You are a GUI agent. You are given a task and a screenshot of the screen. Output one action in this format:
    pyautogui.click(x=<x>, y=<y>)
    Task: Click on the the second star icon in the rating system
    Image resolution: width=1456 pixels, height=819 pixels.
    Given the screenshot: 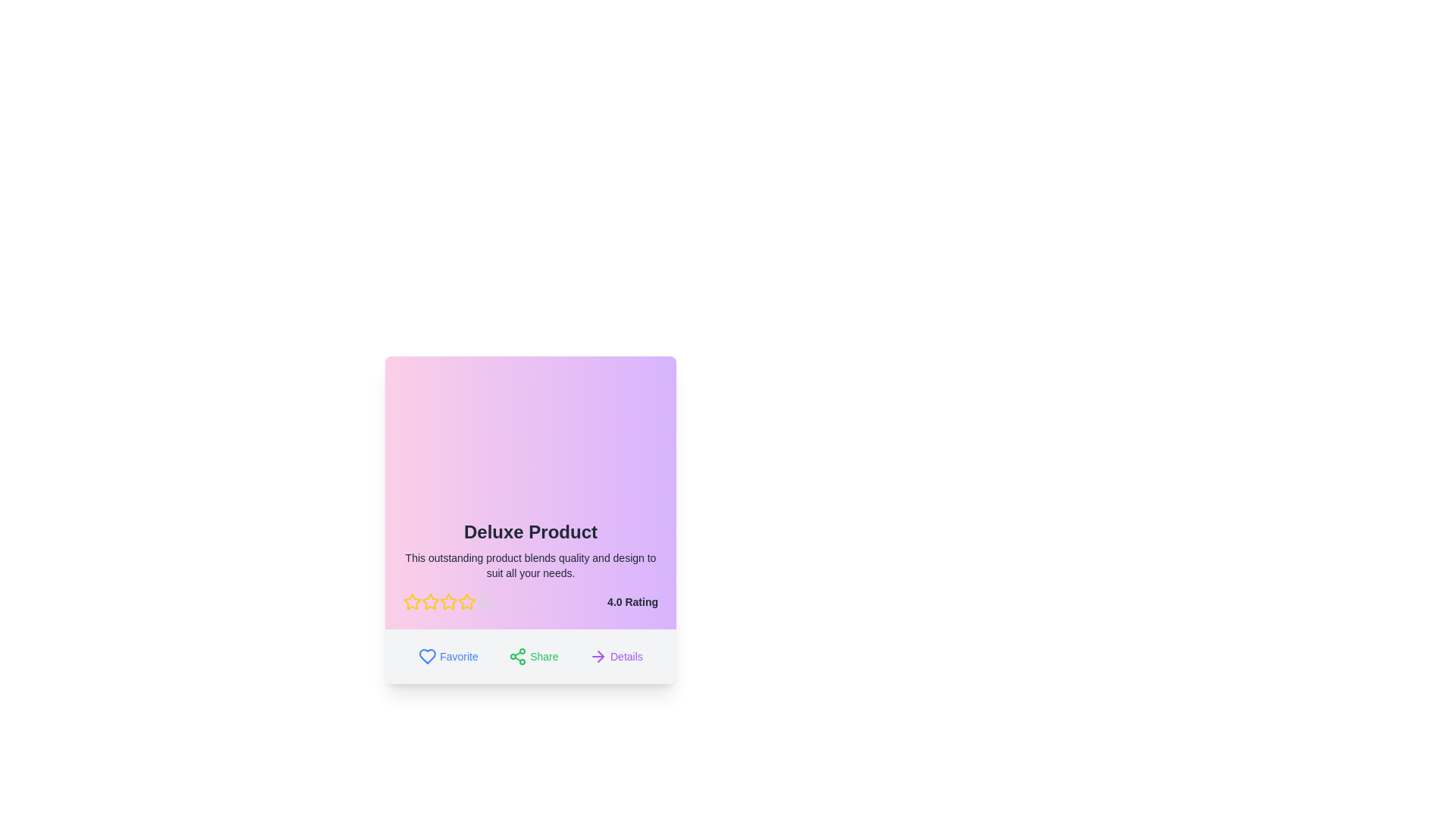 What is the action you would take?
    pyautogui.click(x=429, y=601)
    